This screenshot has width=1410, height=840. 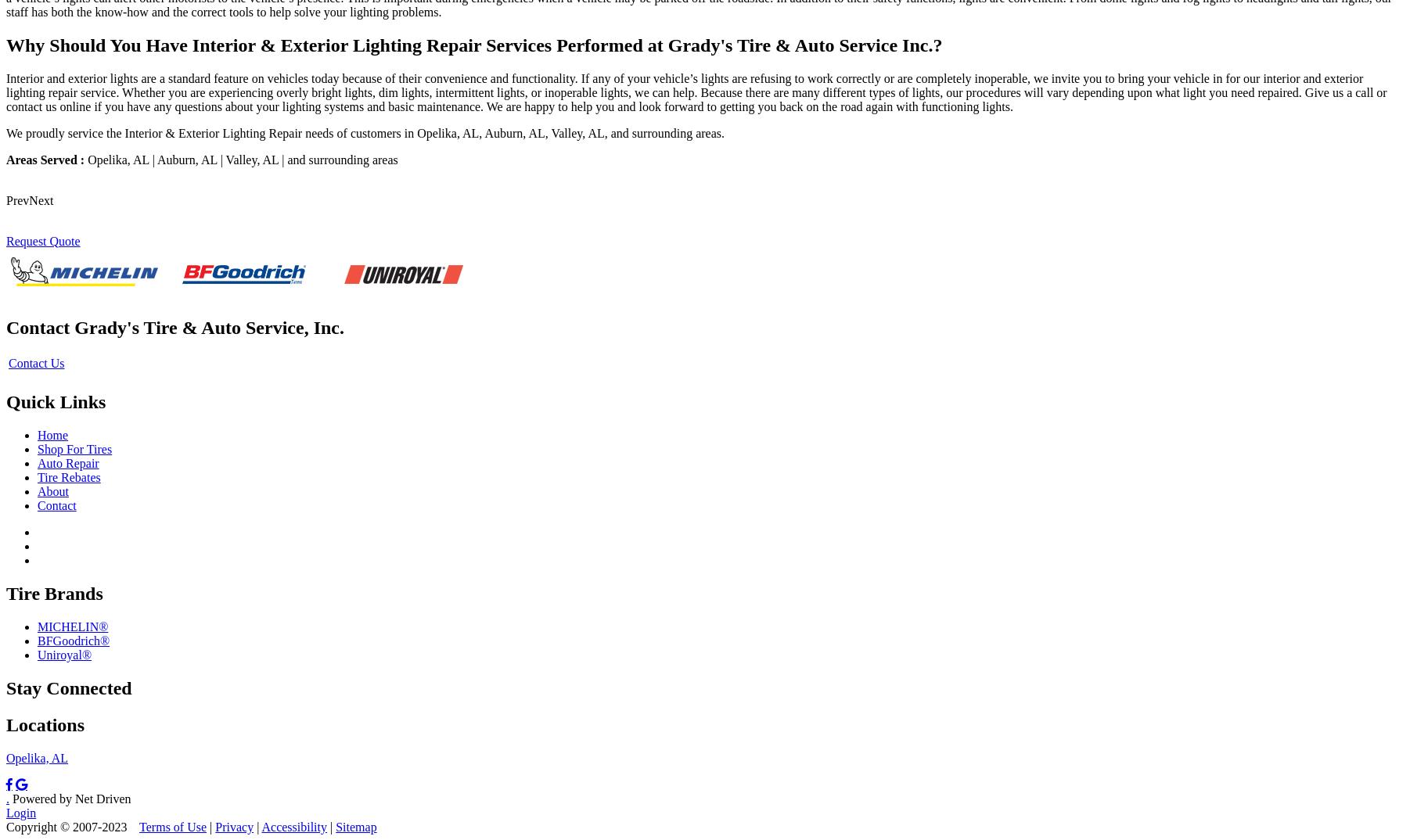 What do you see at coordinates (35, 362) in the screenshot?
I see `'Contact Us'` at bounding box center [35, 362].